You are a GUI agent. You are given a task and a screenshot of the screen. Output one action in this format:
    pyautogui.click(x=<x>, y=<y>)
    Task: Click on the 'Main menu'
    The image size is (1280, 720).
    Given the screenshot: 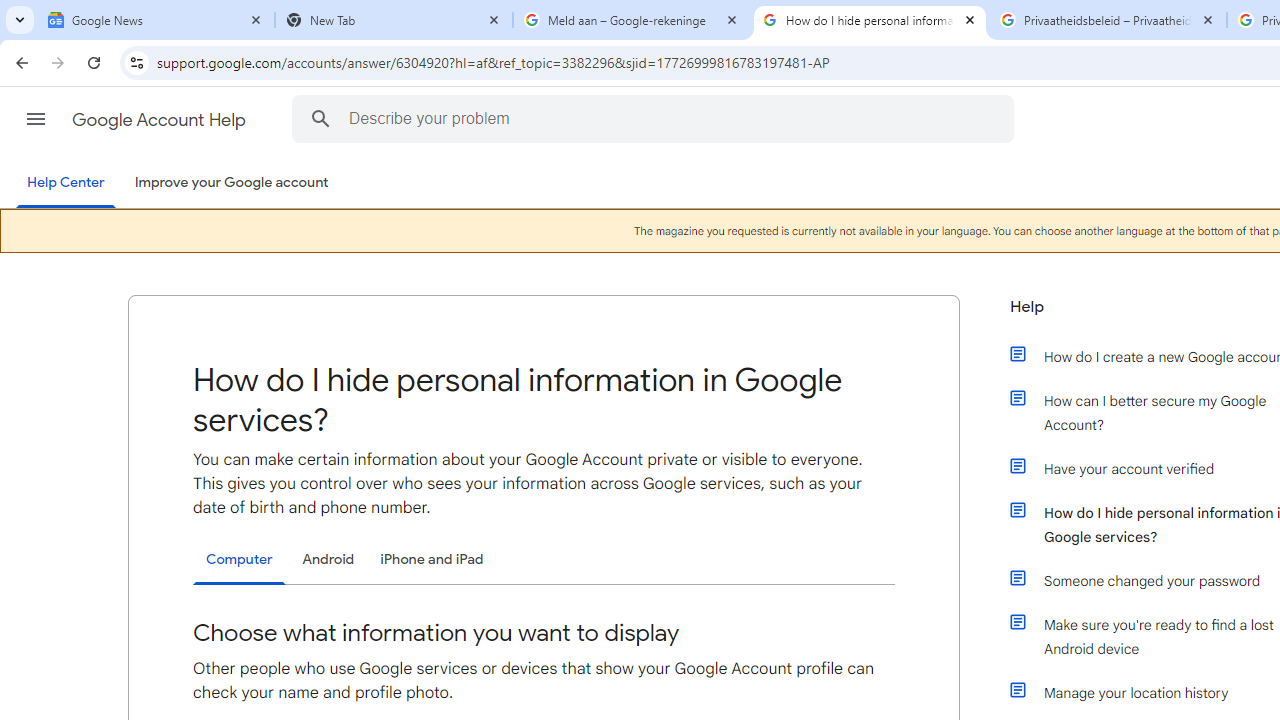 What is the action you would take?
    pyautogui.click(x=35, y=119)
    